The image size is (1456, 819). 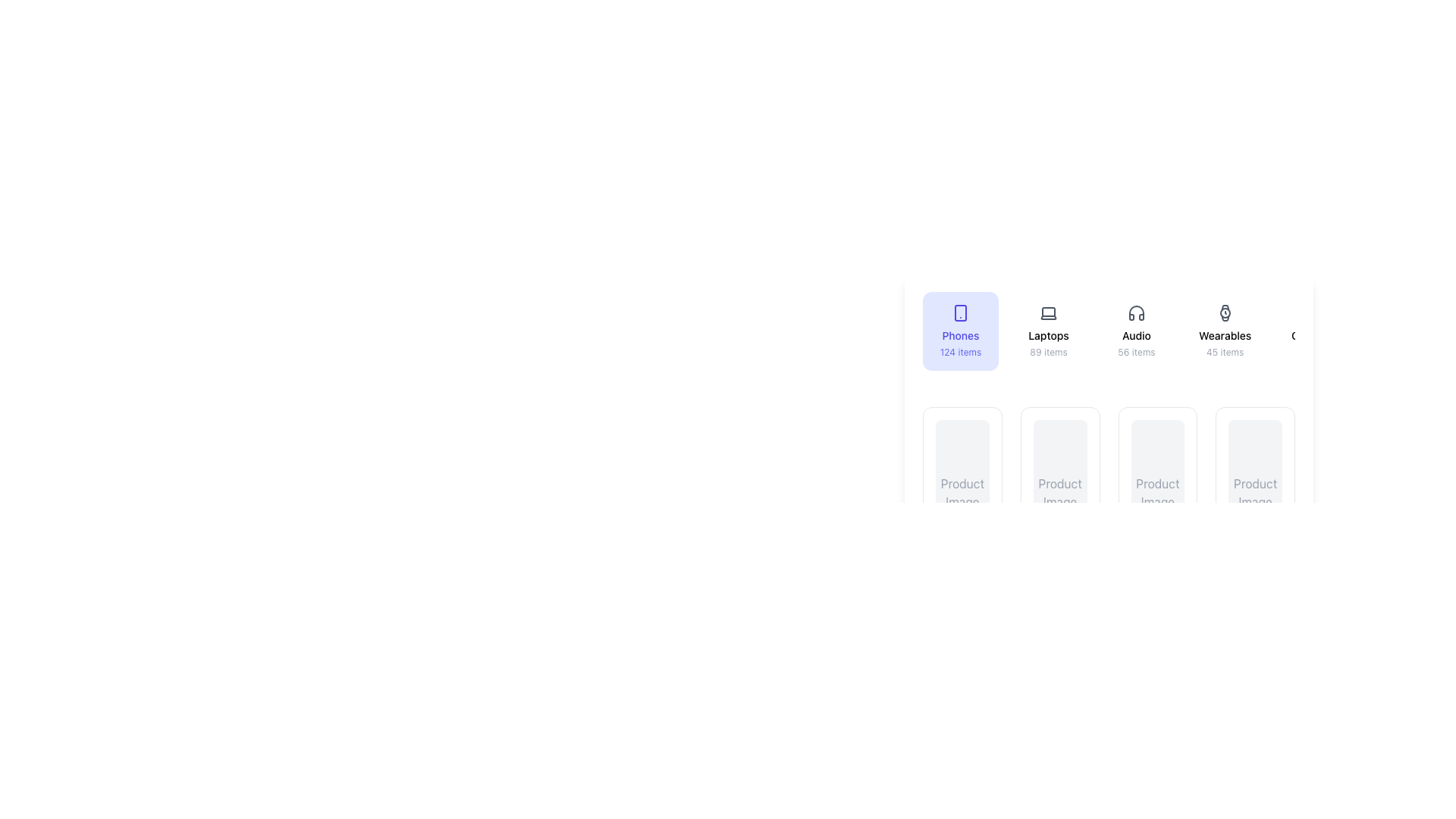 I want to click on the text label displaying '124 items' in small indigo font, located at the bottom of the 'Phones' category card, so click(x=960, y=353).